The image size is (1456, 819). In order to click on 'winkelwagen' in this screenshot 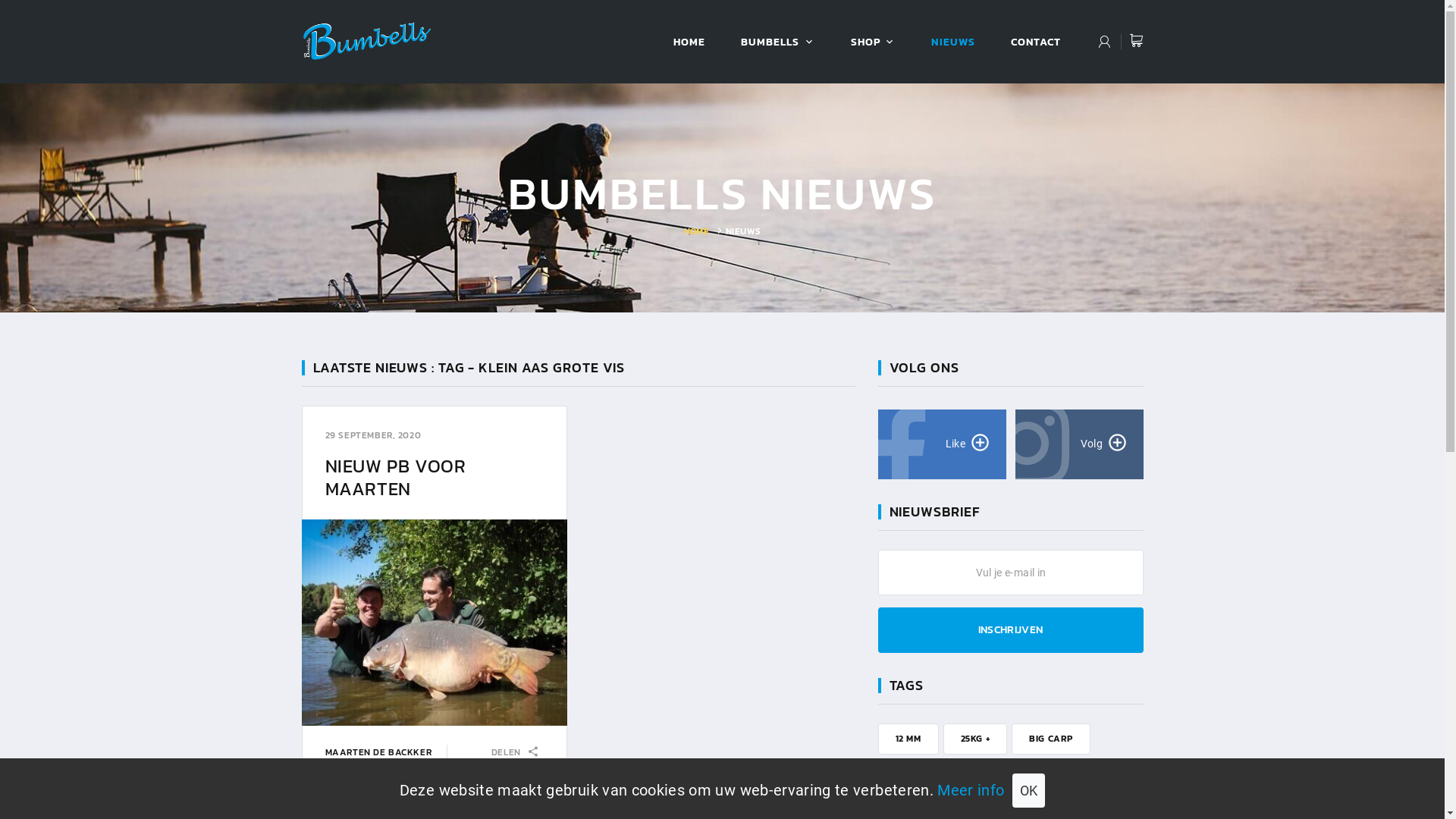, I will do `click(1135, 40)`.